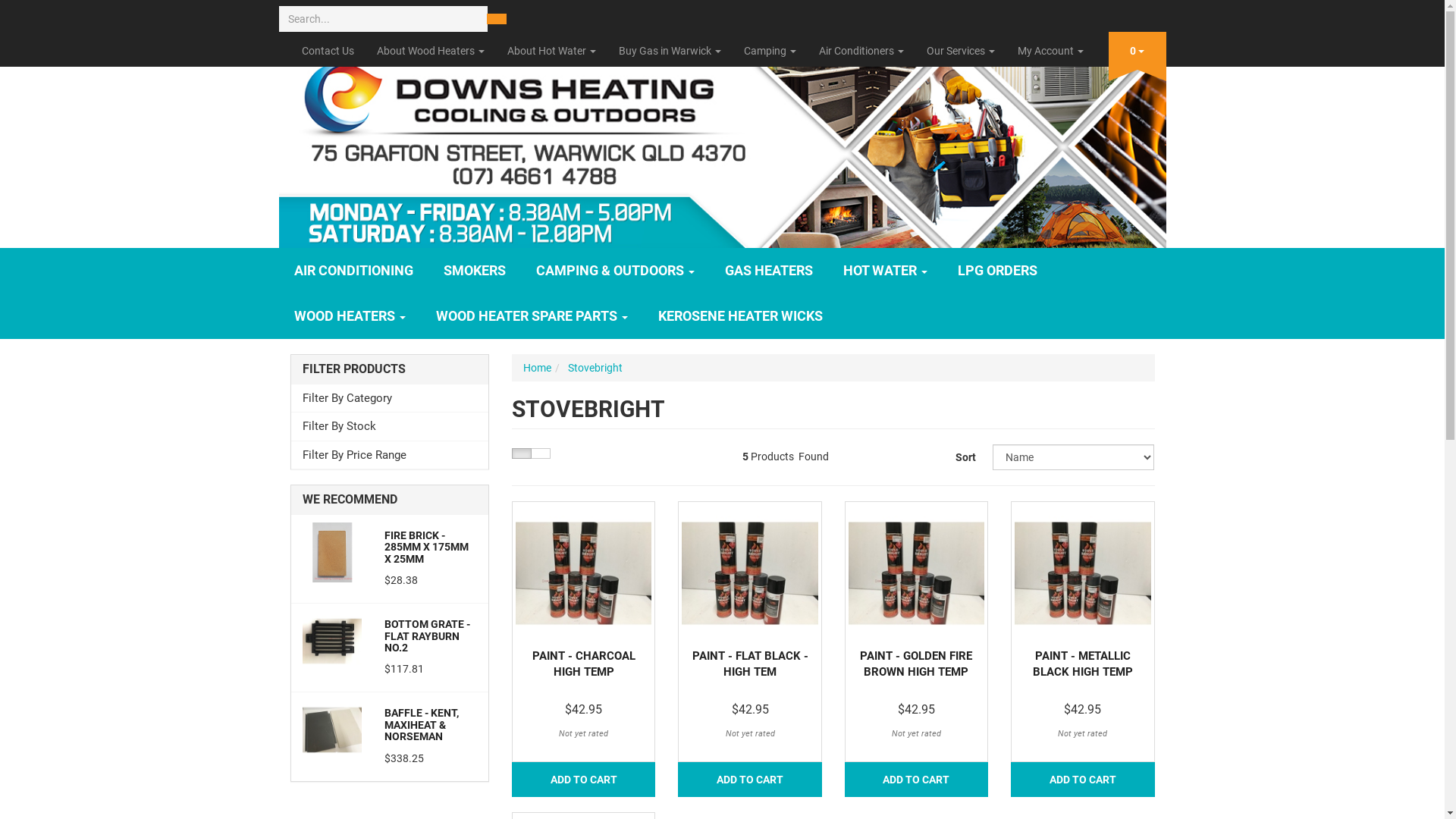  Describe the element at coordinates (859, 663) in the screenshot. I see `'PAINT - GOLDEN FIRE BROWN HIGH TEMP'` at that location.